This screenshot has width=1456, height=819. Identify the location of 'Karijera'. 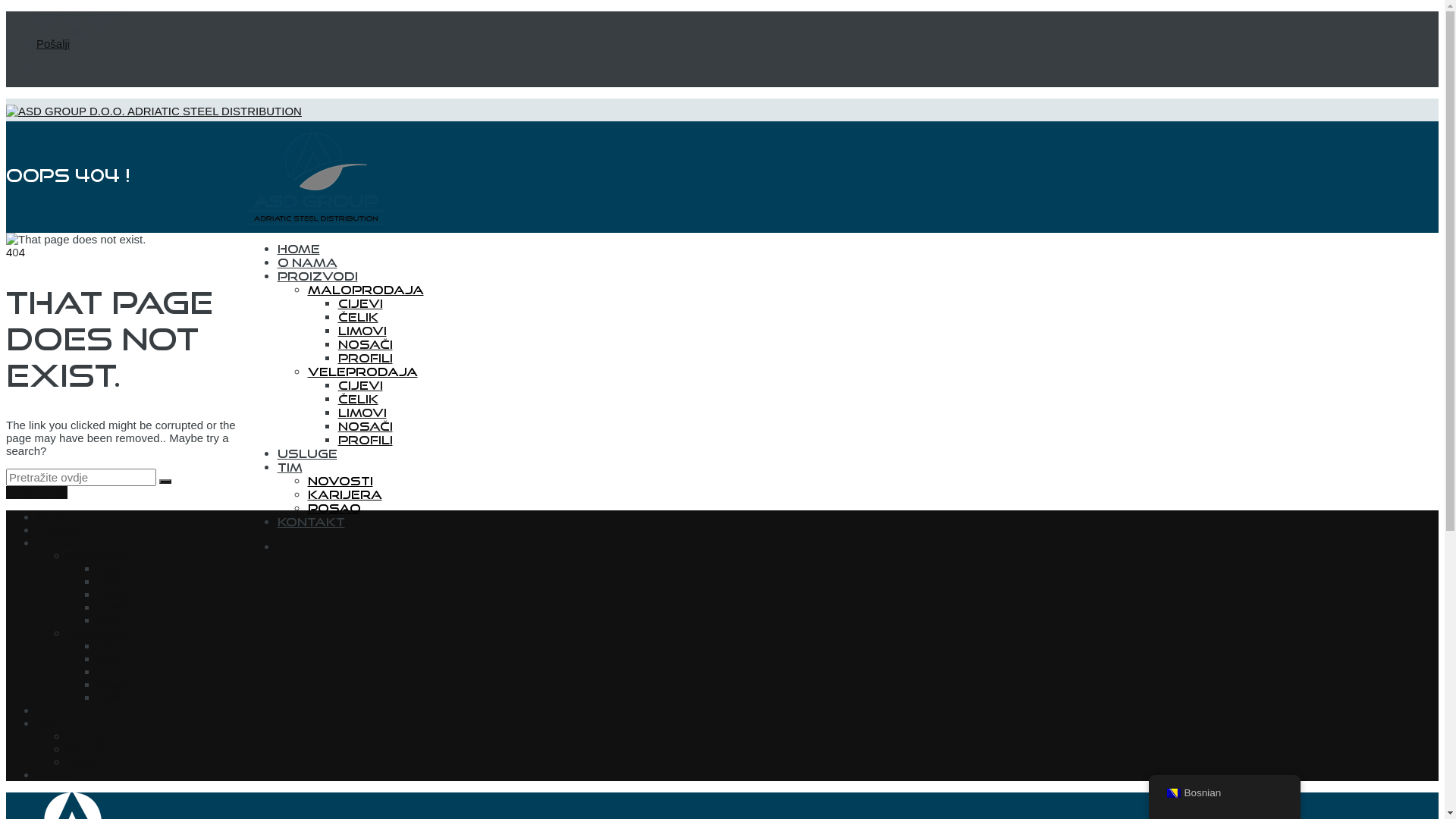
(344, 494).